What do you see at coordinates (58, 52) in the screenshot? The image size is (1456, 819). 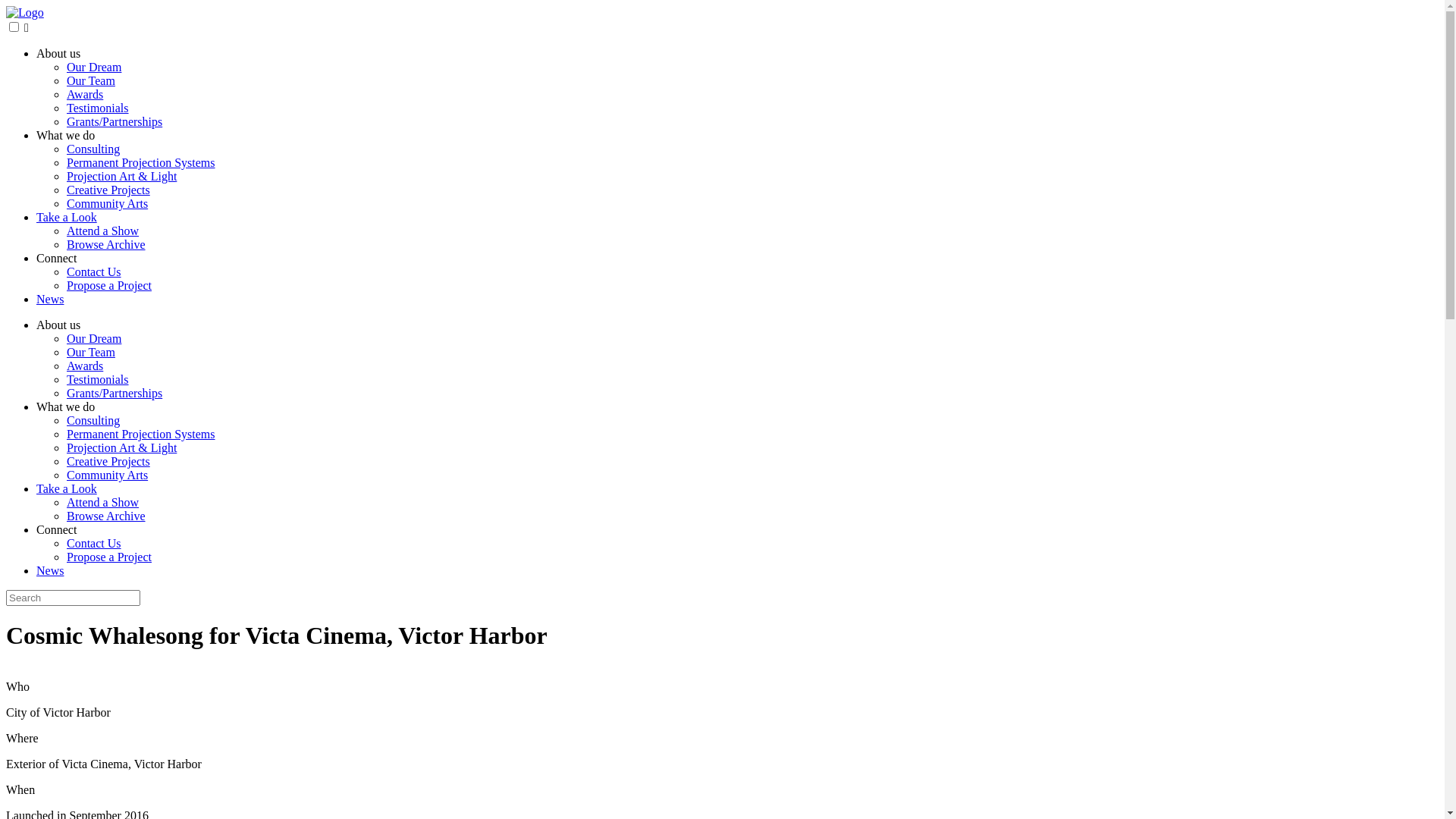 I see `'About us'` at bounding box center [58, 52].